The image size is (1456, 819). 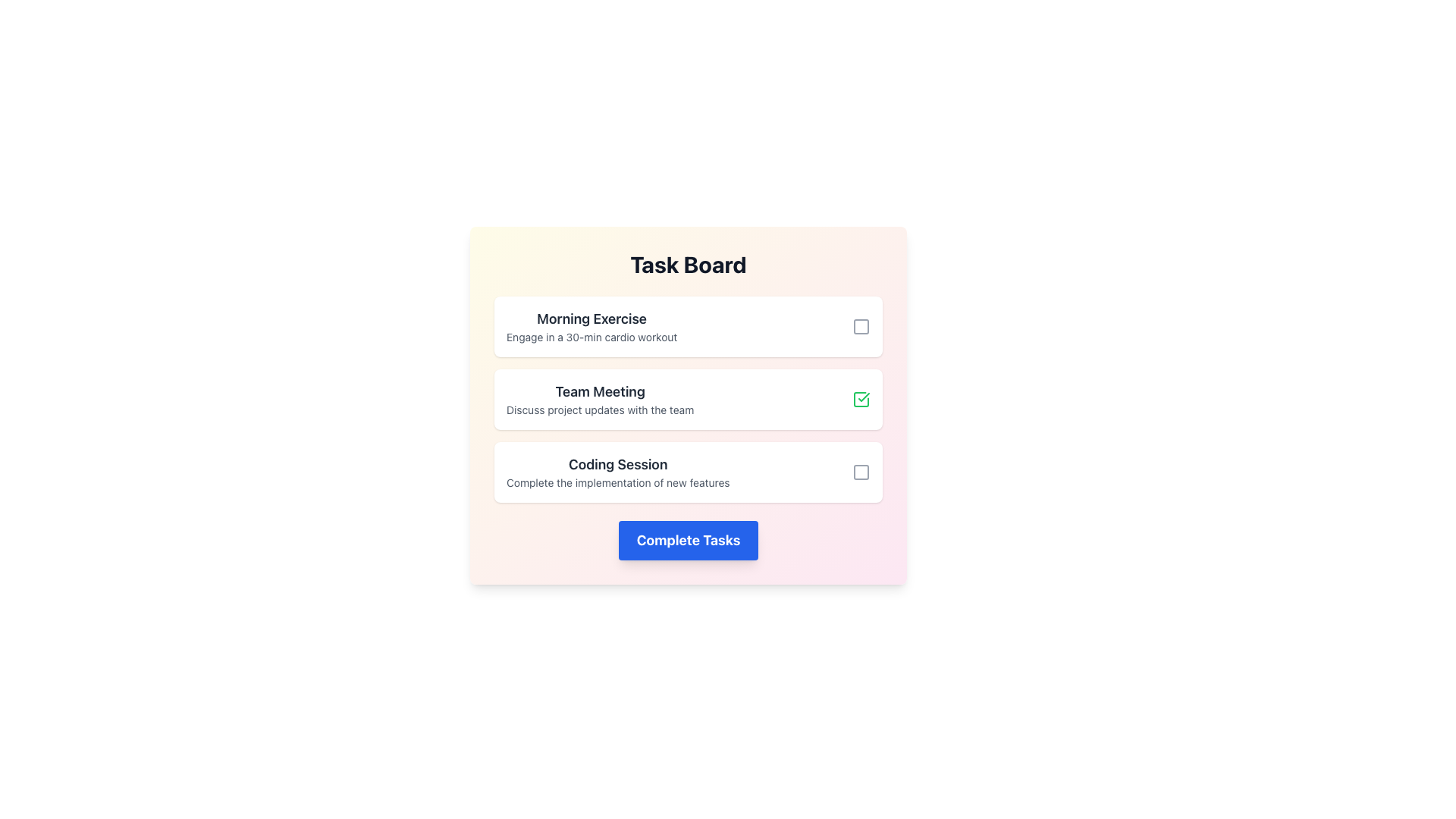 What do you see at coordinates (861, 472) in the screenshot?
I see `the square-shaped outlined button on the right side of the 'Coding Session' panel` at bounding box center [861, 472].